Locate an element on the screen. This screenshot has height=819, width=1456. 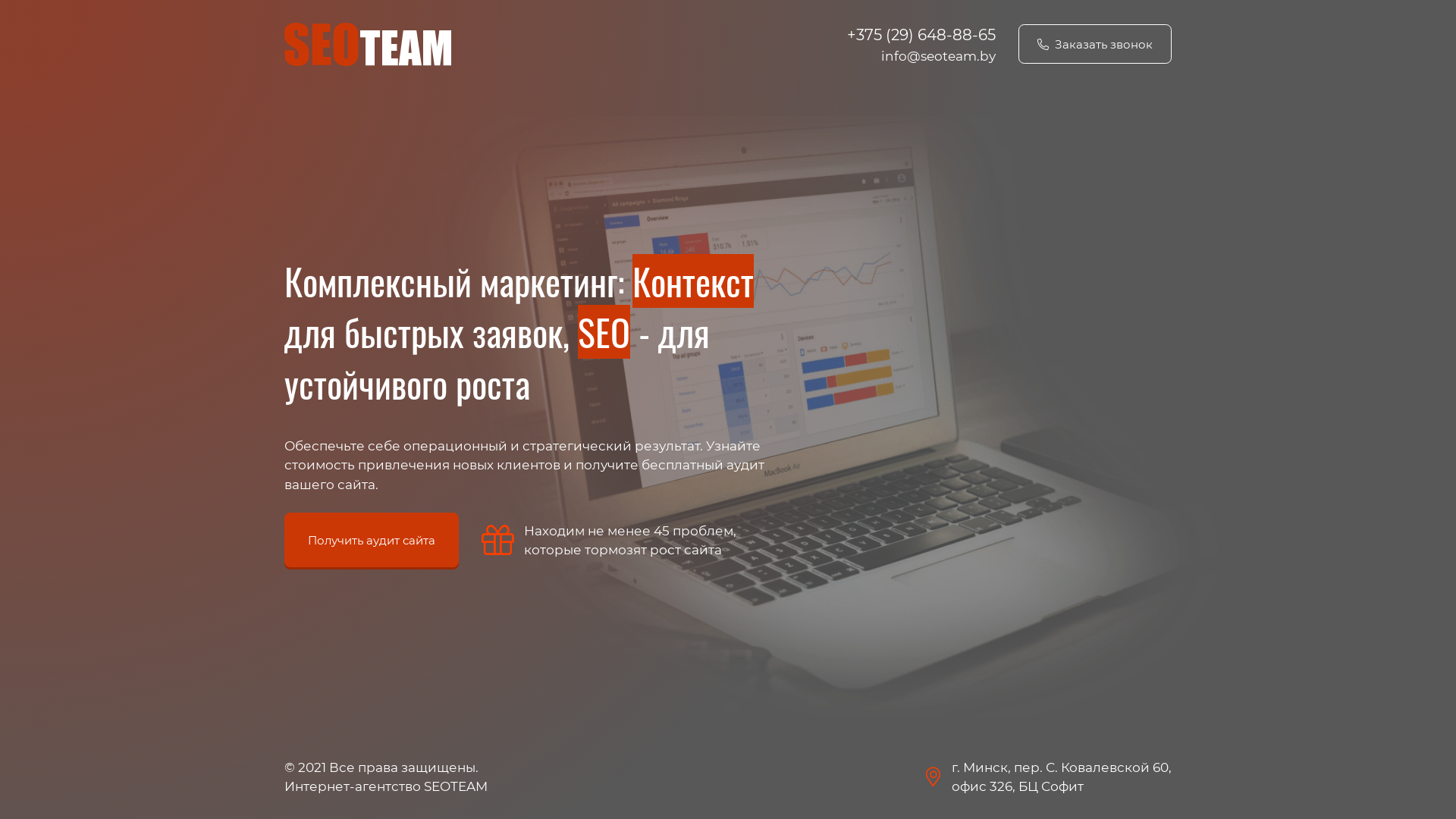
'+375 (29) 648-88-65' is located at coordinates (920, 34).